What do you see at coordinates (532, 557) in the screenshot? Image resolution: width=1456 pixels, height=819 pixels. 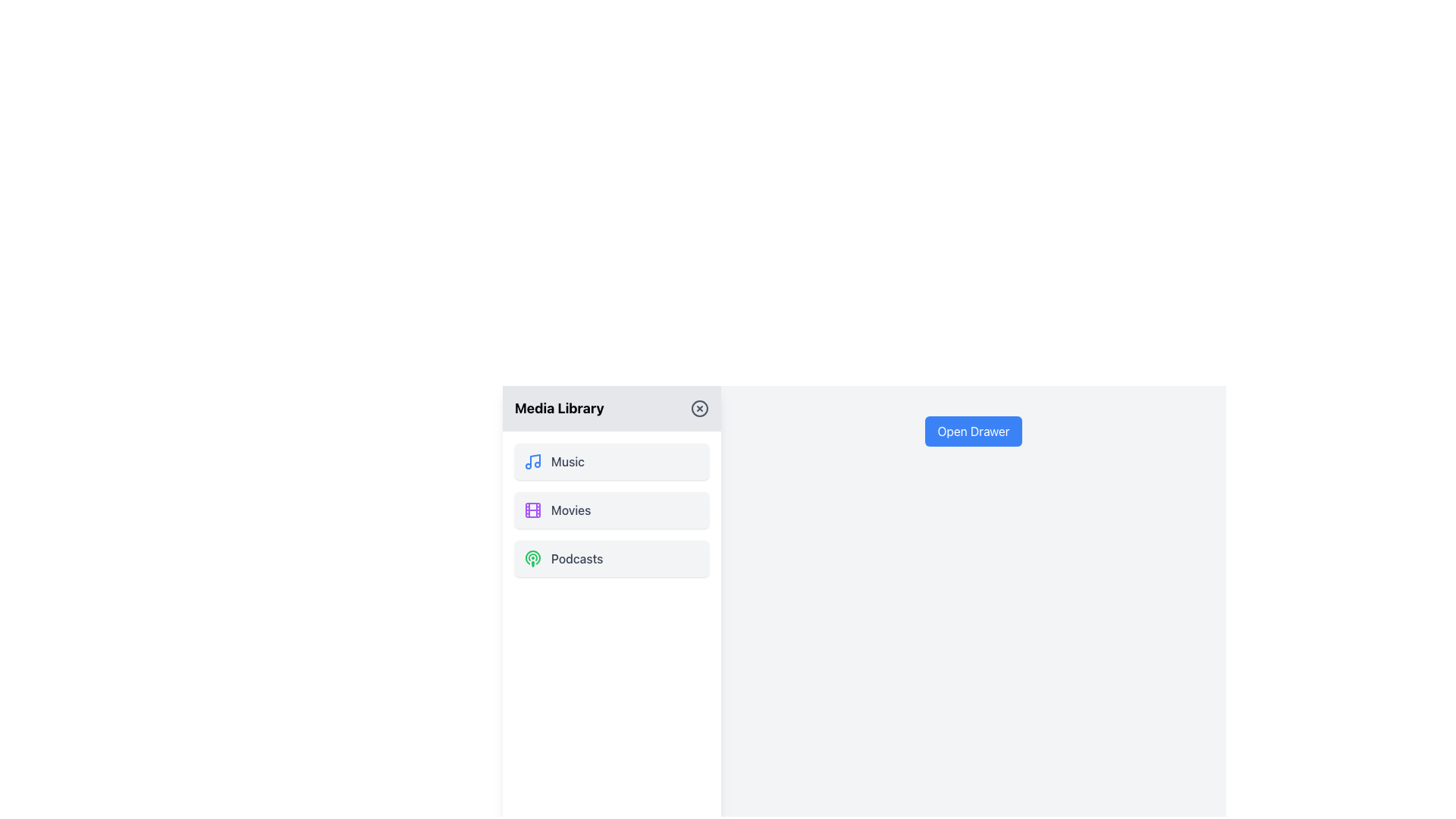 I see `the outermost ring of the circular podcast icon in the Media Library list, which is primarily green and located at the third entry` at bounding box center [532, 557].